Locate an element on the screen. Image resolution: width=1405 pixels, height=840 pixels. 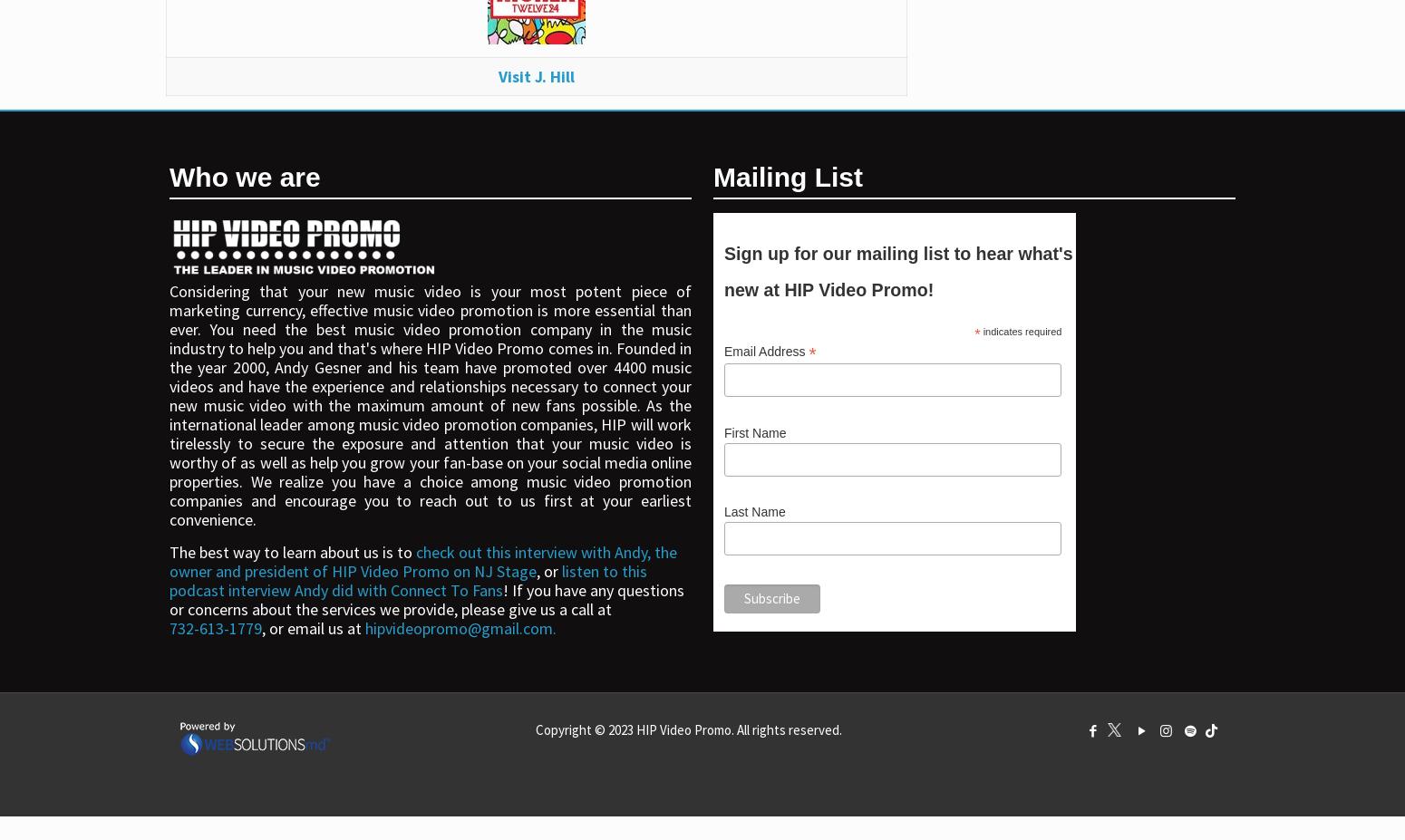
', or' is located at coordinates (549, 569).